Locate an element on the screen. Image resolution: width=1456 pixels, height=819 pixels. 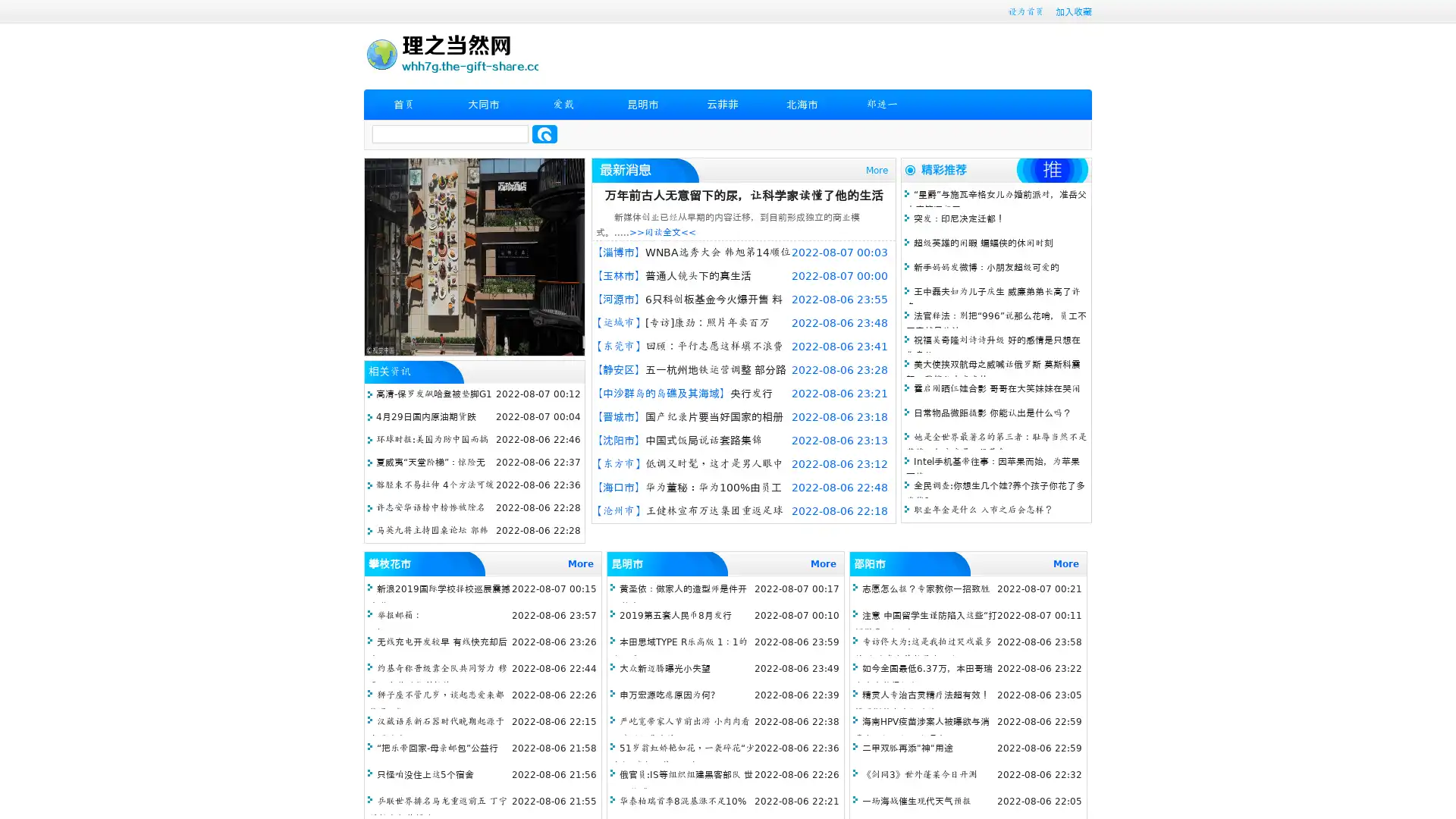
Search is located at coordinates (544, 133).